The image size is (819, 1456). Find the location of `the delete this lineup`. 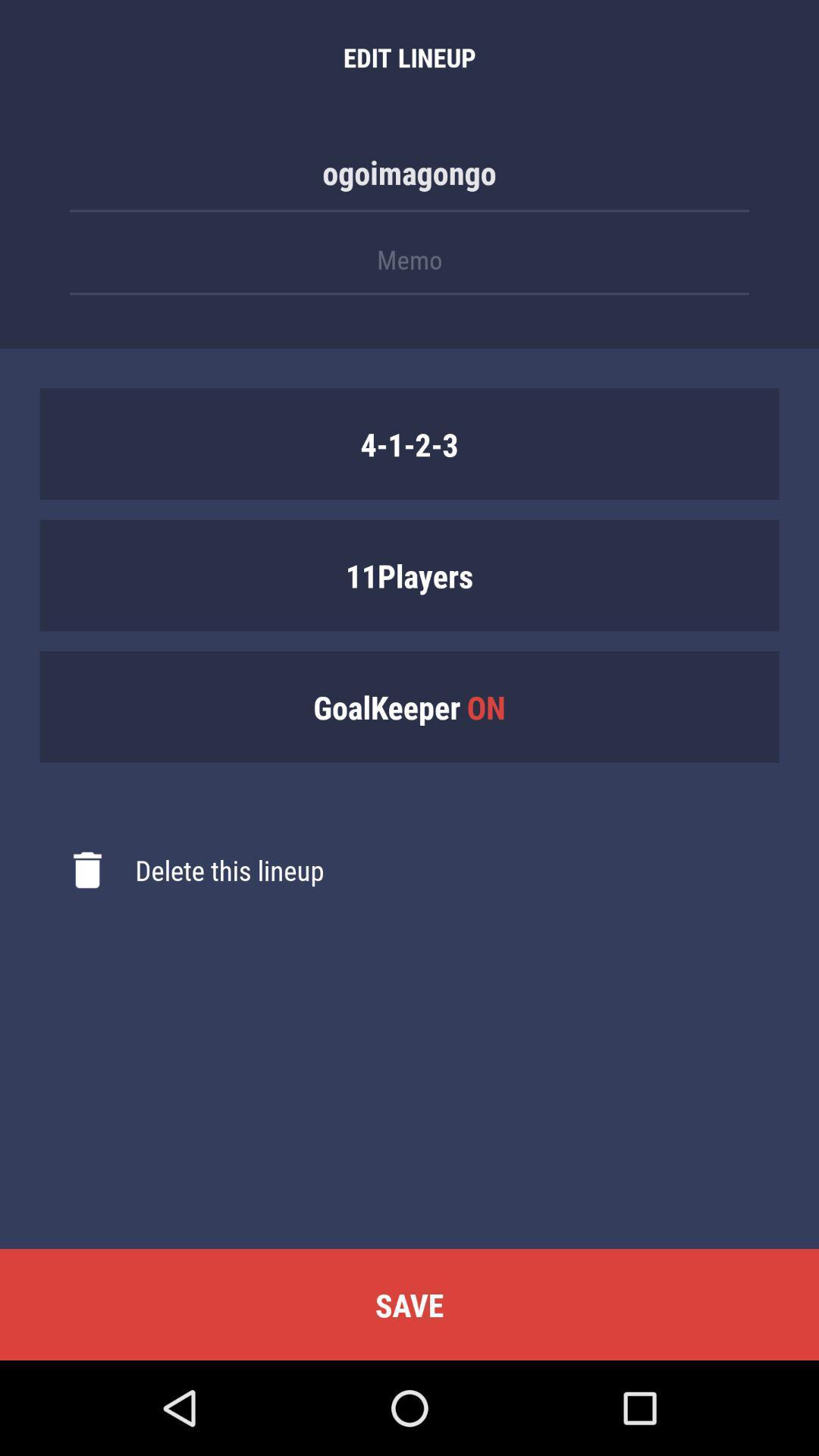

the delete this lineup is located at coordinates (180, 870).